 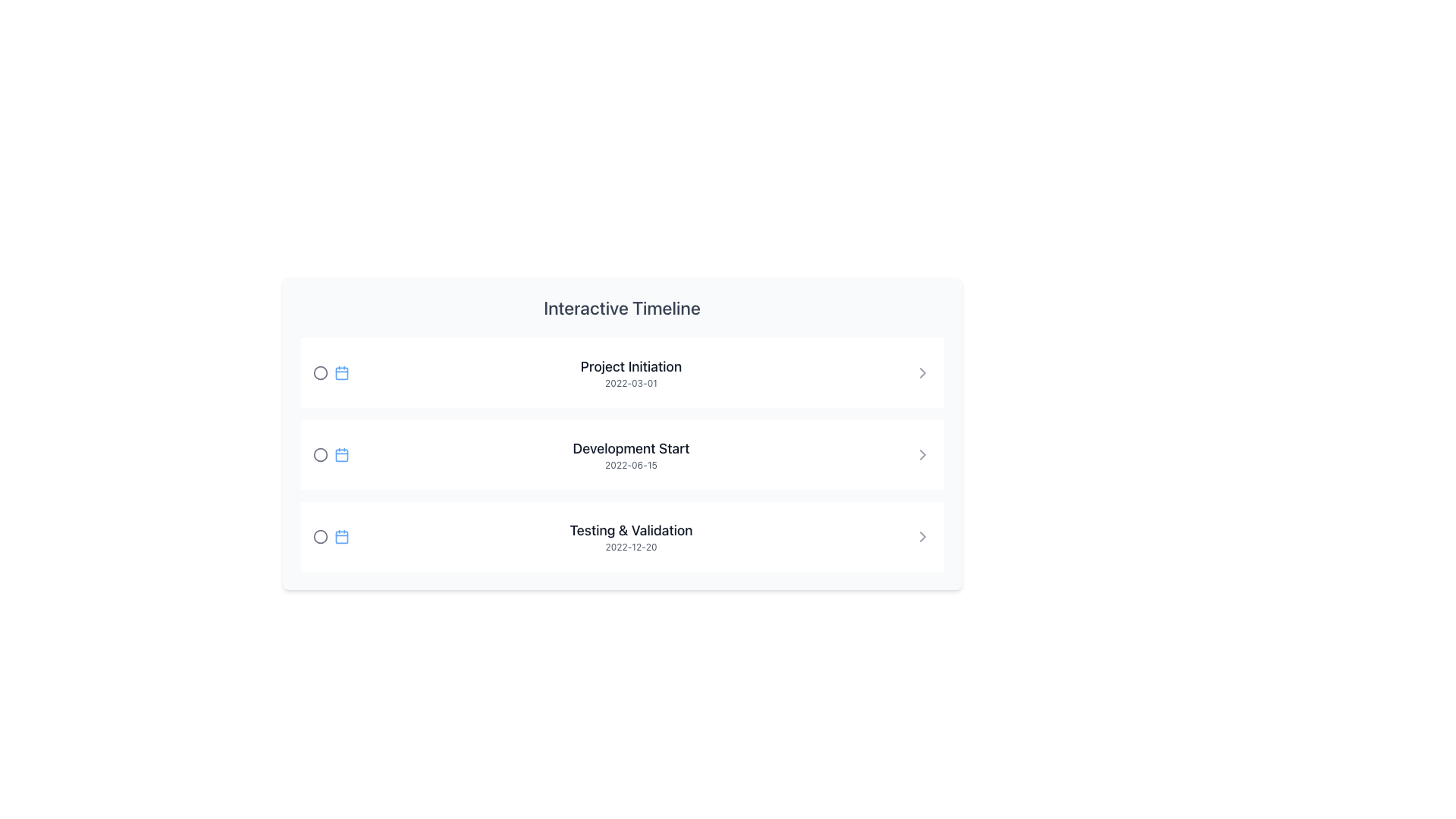 What do you see at coordinates (622, 454) in the screenshot?
I see `the 'Development Start' list item` at bounding box center [622, 454].